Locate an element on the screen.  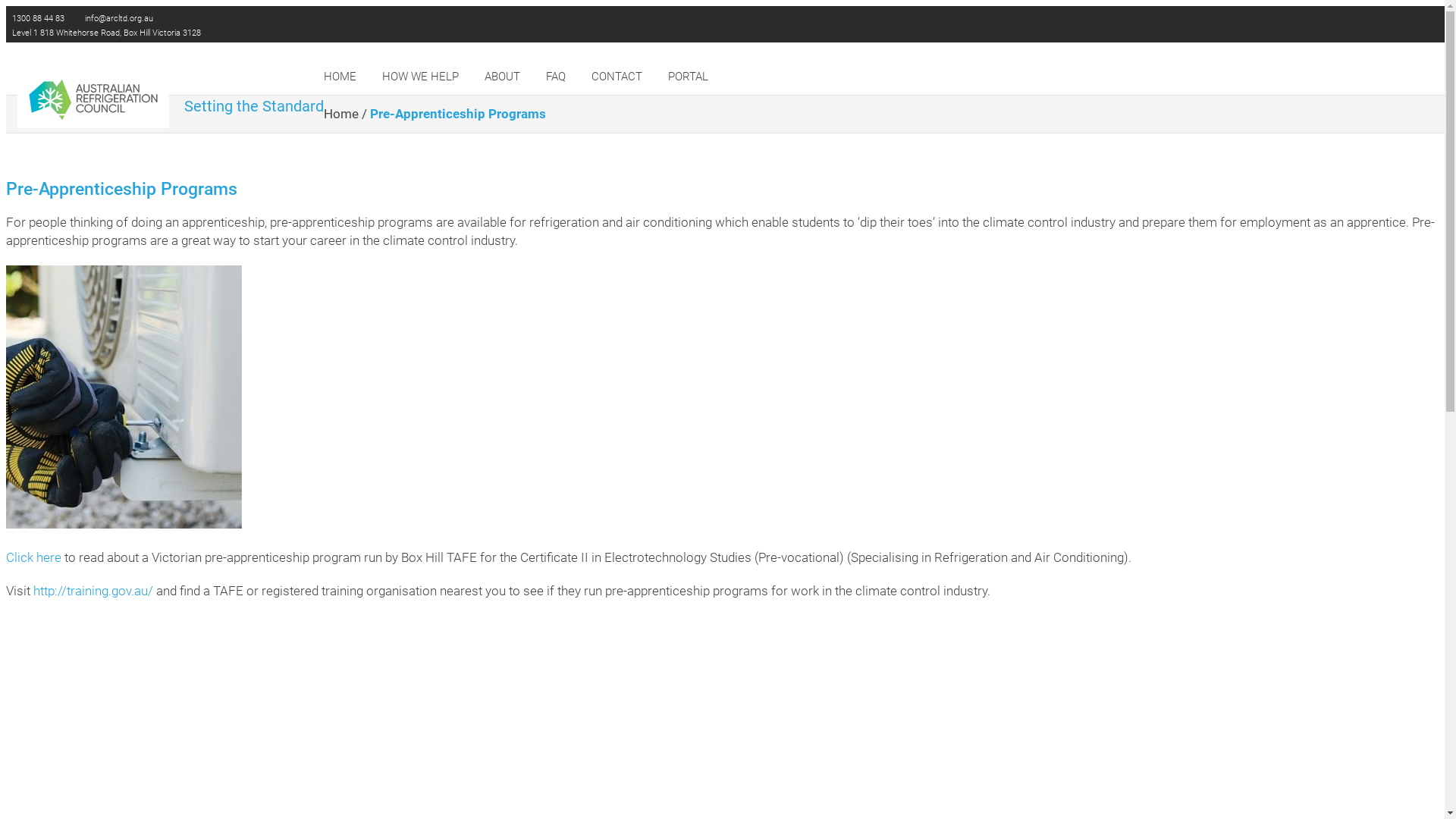
'ABOUT' is located at coordinates (502, 76).